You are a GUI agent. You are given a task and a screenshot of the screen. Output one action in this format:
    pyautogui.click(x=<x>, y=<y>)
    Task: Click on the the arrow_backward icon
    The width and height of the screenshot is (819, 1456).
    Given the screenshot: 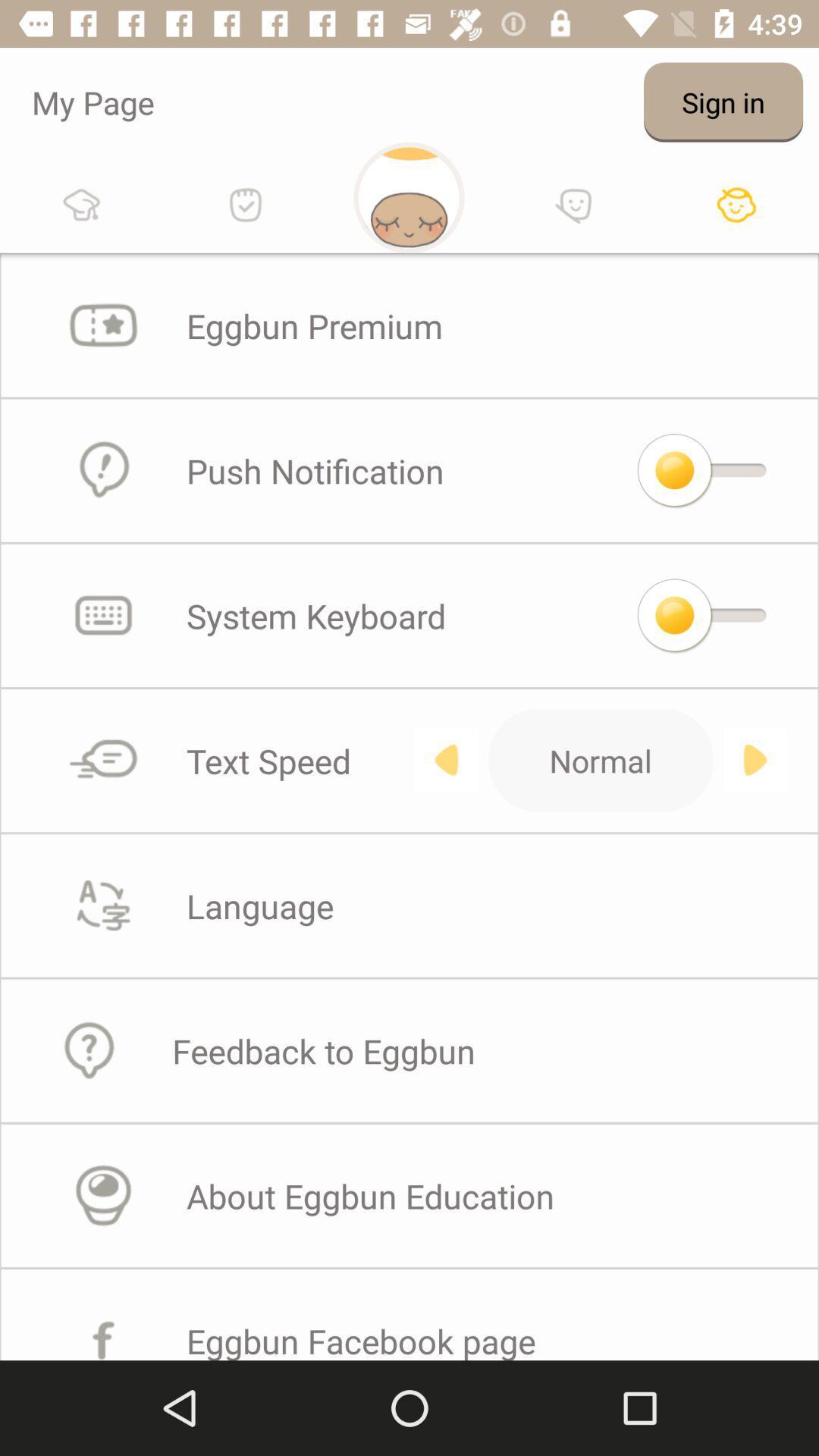 What is the action you would take?
    pyautogui.click(x=445, y=760)
    